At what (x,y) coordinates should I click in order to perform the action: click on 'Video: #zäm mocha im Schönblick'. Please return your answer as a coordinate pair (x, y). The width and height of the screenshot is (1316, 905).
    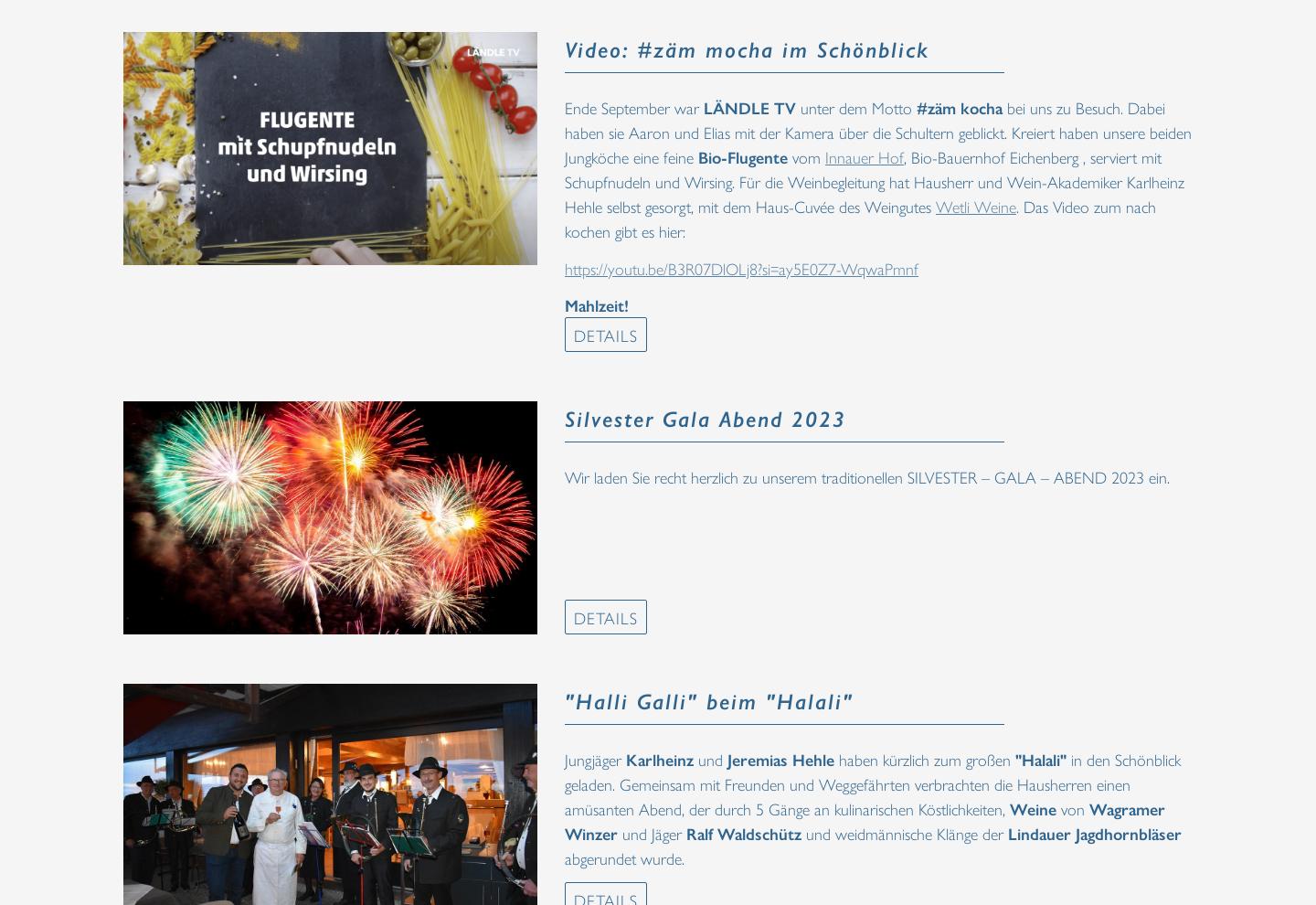
    Looking at the image, I should click on (747, 48).